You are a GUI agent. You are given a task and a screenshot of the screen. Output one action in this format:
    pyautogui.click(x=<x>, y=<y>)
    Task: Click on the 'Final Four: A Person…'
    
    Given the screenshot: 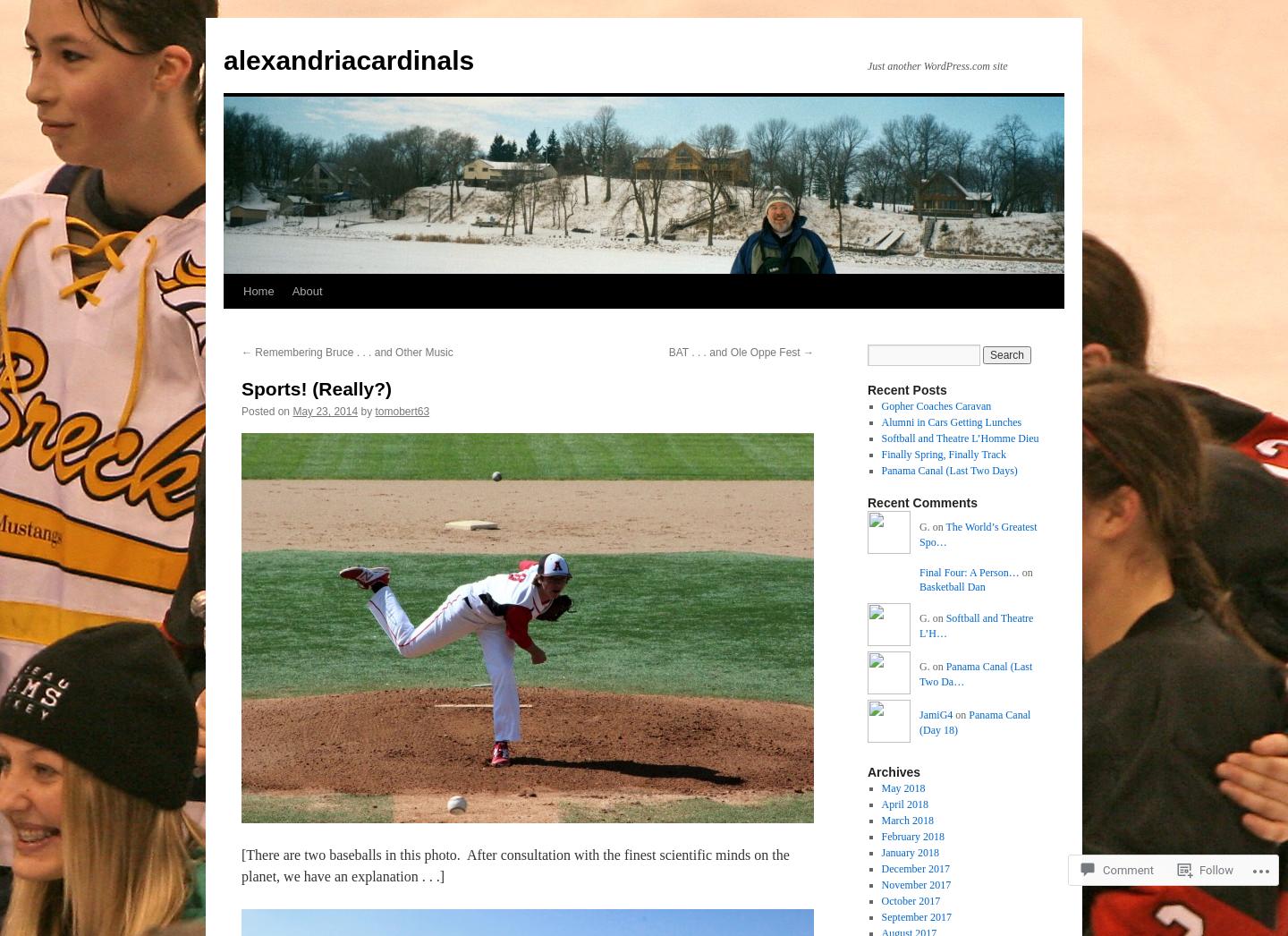 What is the action you would take?
    pyautogui.click(x=968, y=571)
    